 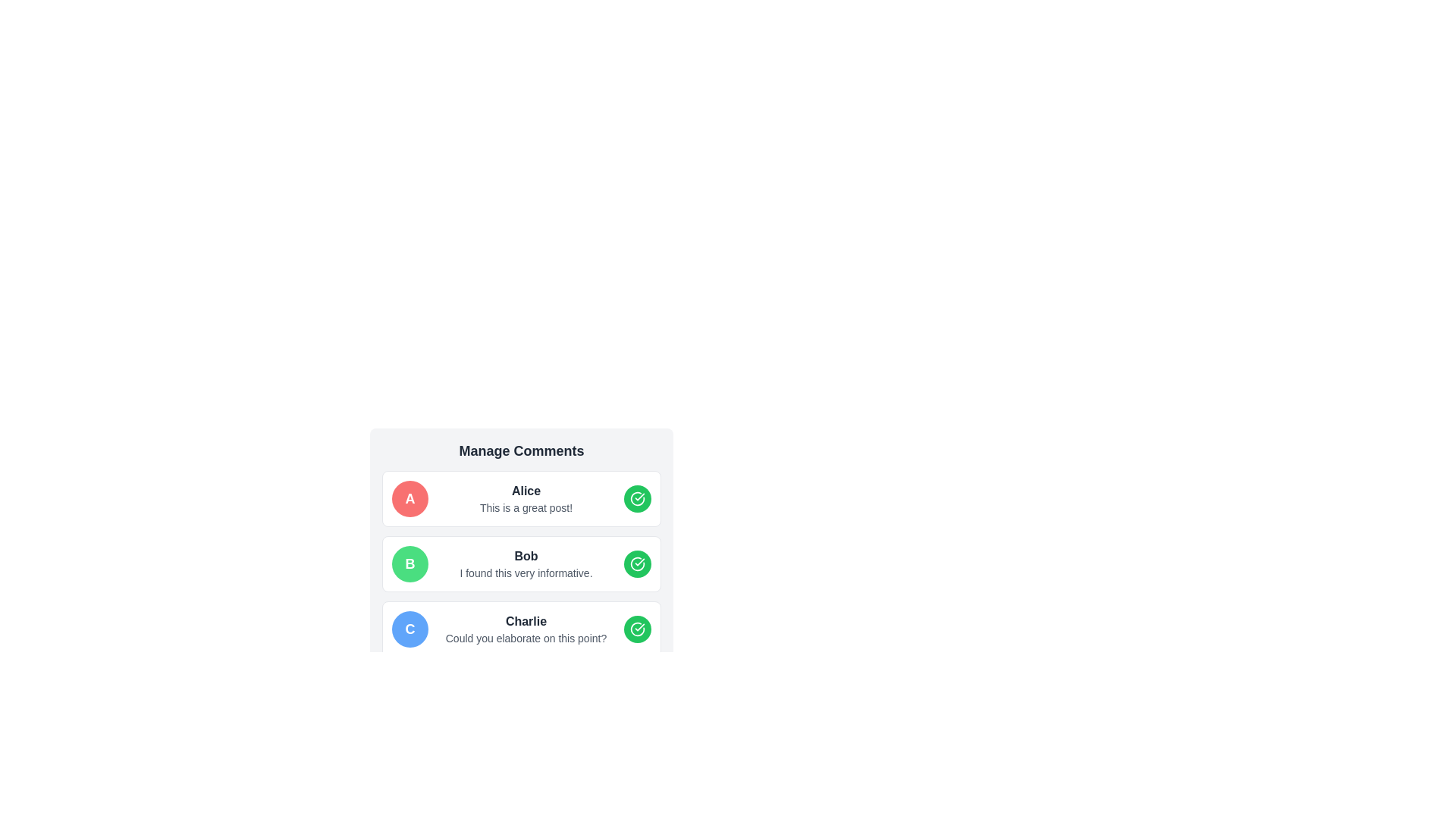 I want to click on the circular green checkmark icon with a white checkmark inside, located to the right of the user comment labeled 'Bob', so click(x=637, y=629).